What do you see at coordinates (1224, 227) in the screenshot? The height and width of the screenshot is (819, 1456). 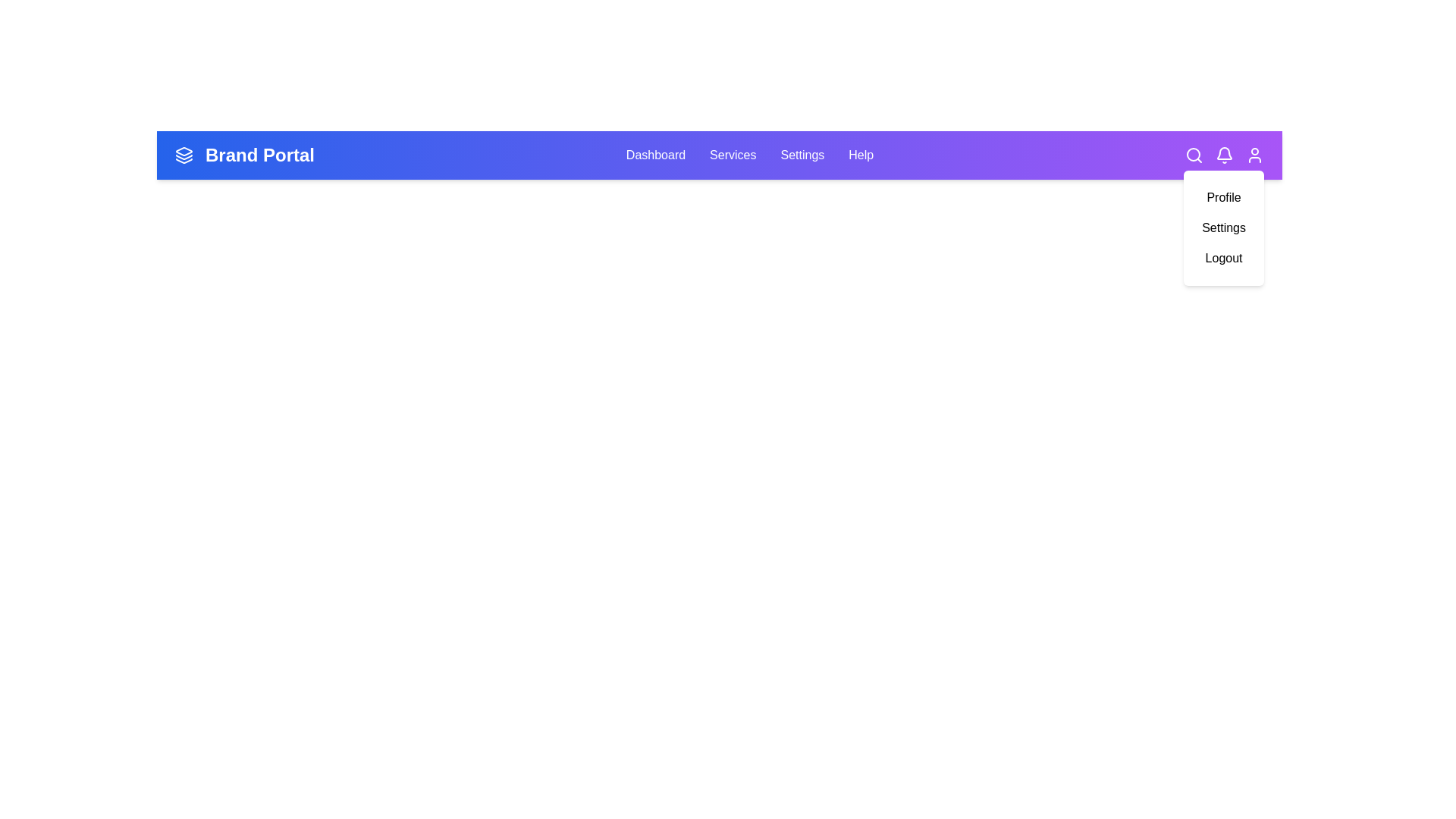 I see `the second item in the vertical dropdown menu, located below 'Profile' and above 'Logout'` at bounding box center [1224, 227].